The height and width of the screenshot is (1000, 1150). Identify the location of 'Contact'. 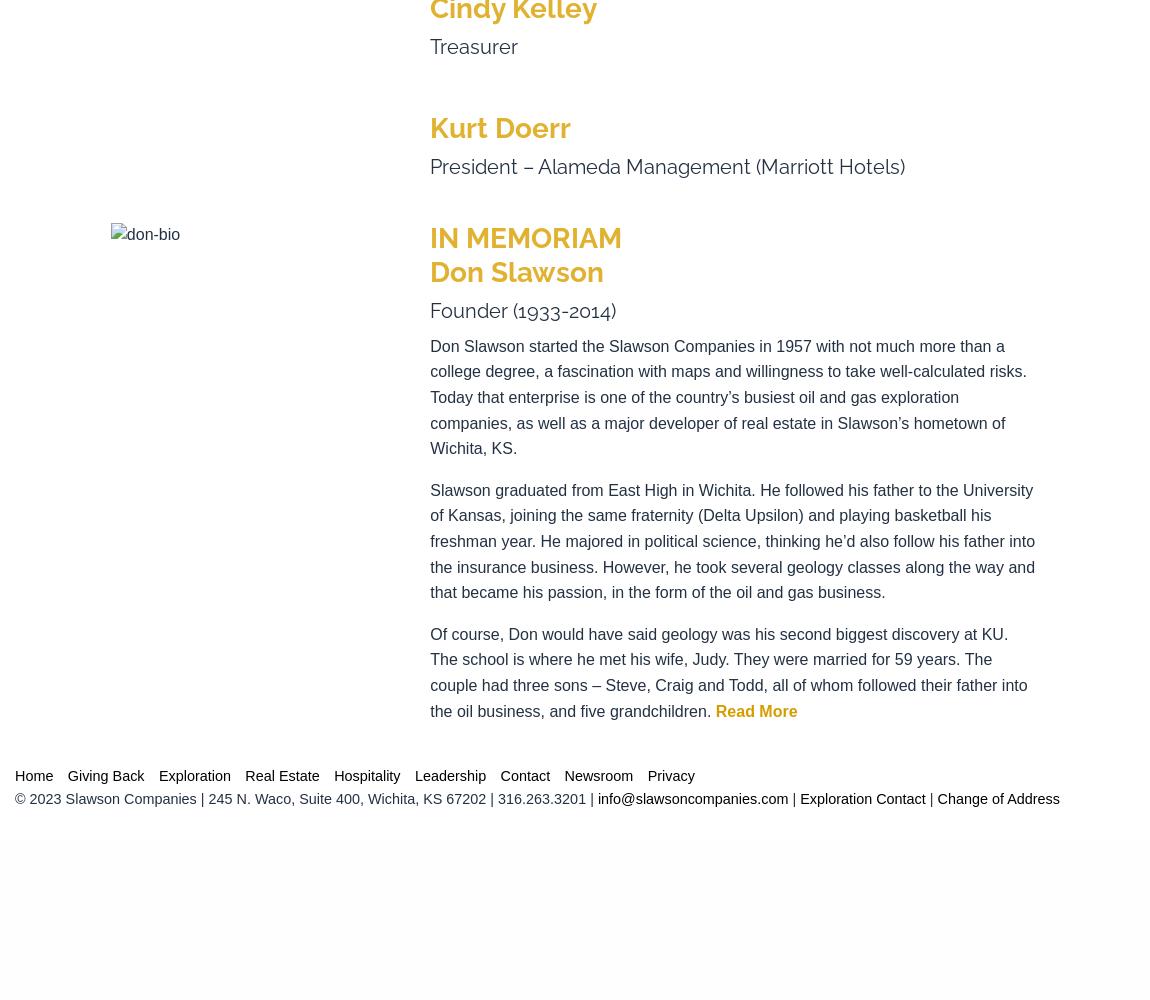
(500, 775).